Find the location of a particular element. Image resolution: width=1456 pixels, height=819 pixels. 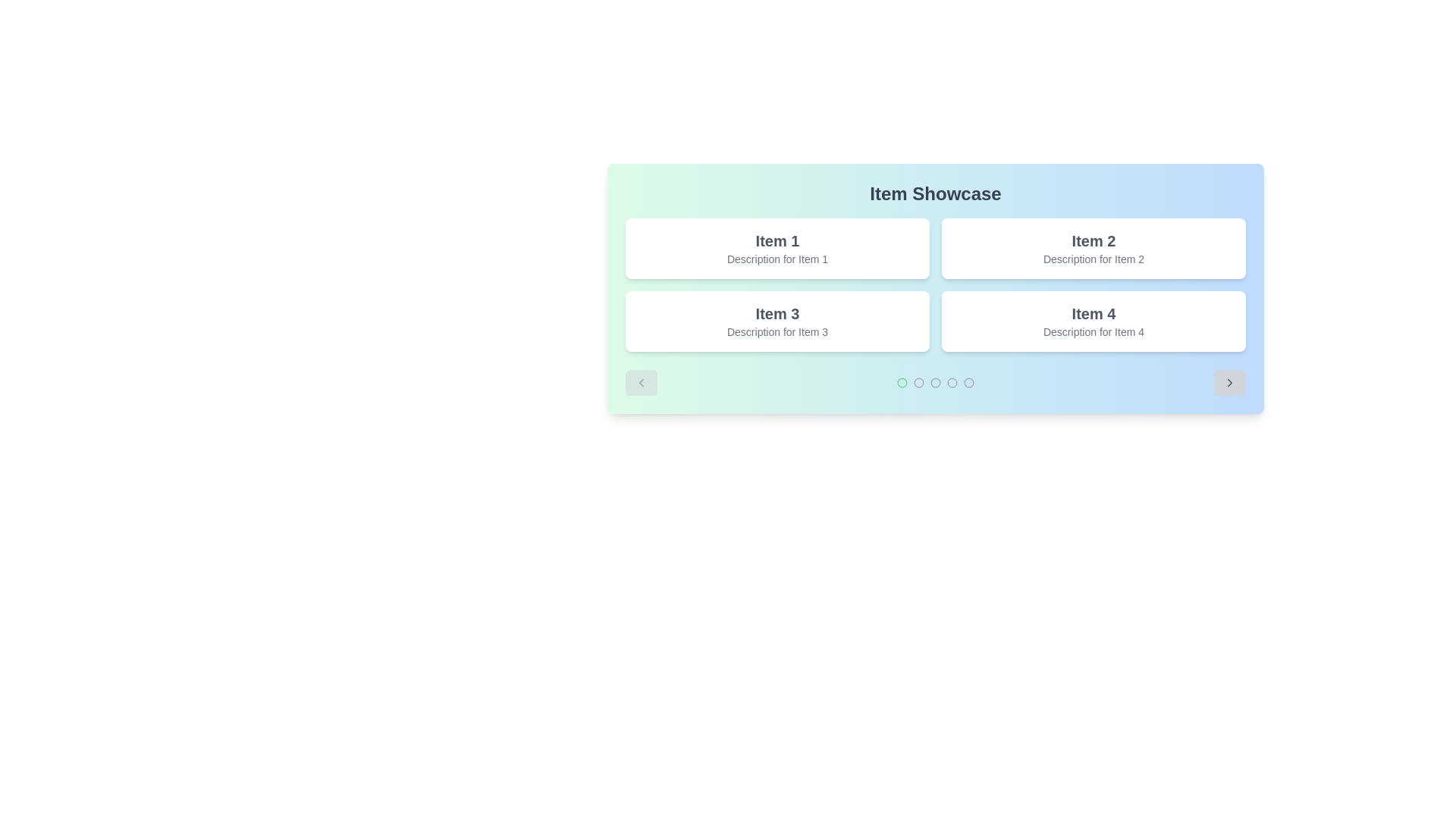

the third navigation circle located at the bottom-center of the interface is located at coordinates (934, 382).